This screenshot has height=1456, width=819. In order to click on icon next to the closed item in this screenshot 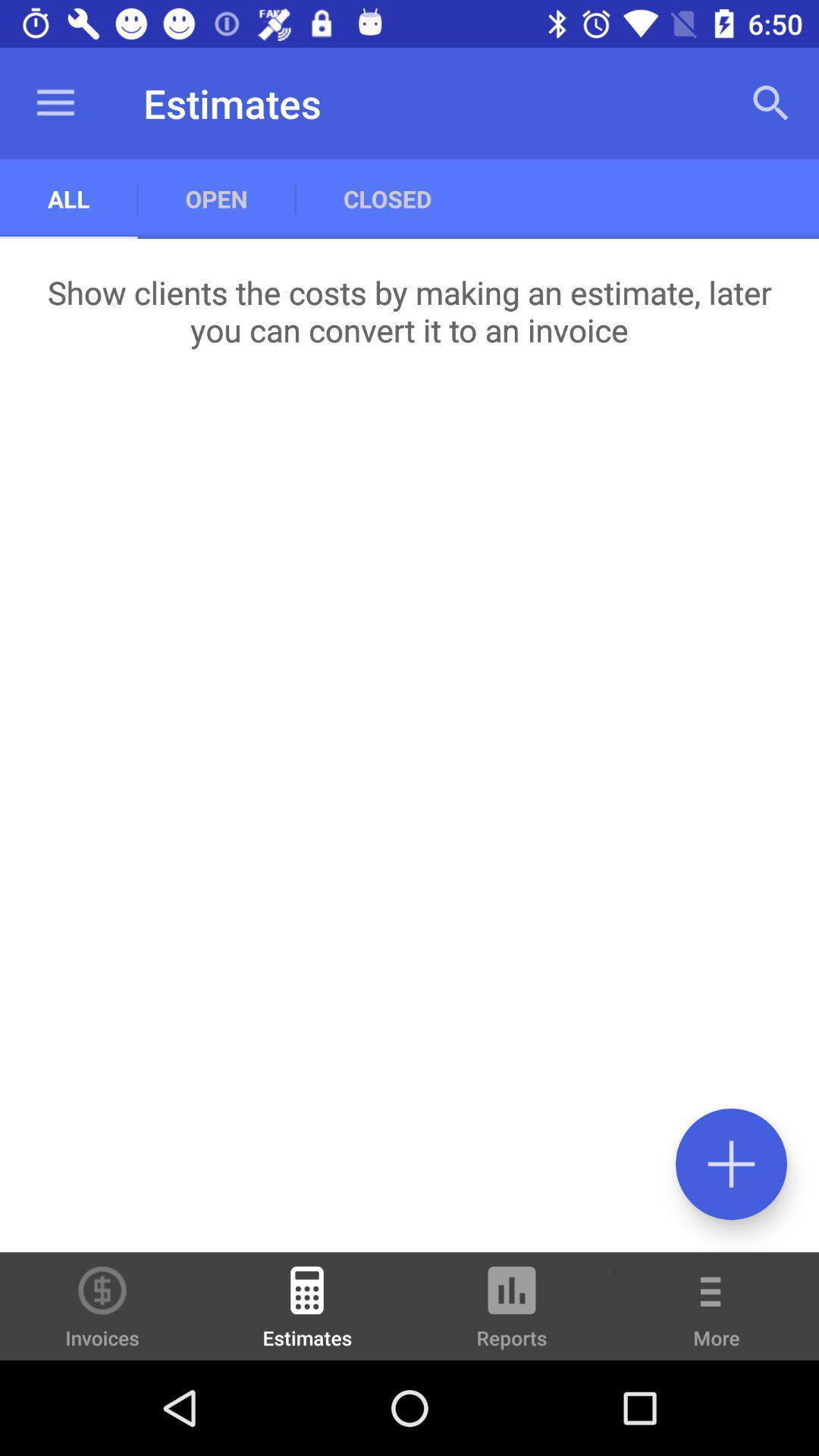, I will do `click(771, 102)`.